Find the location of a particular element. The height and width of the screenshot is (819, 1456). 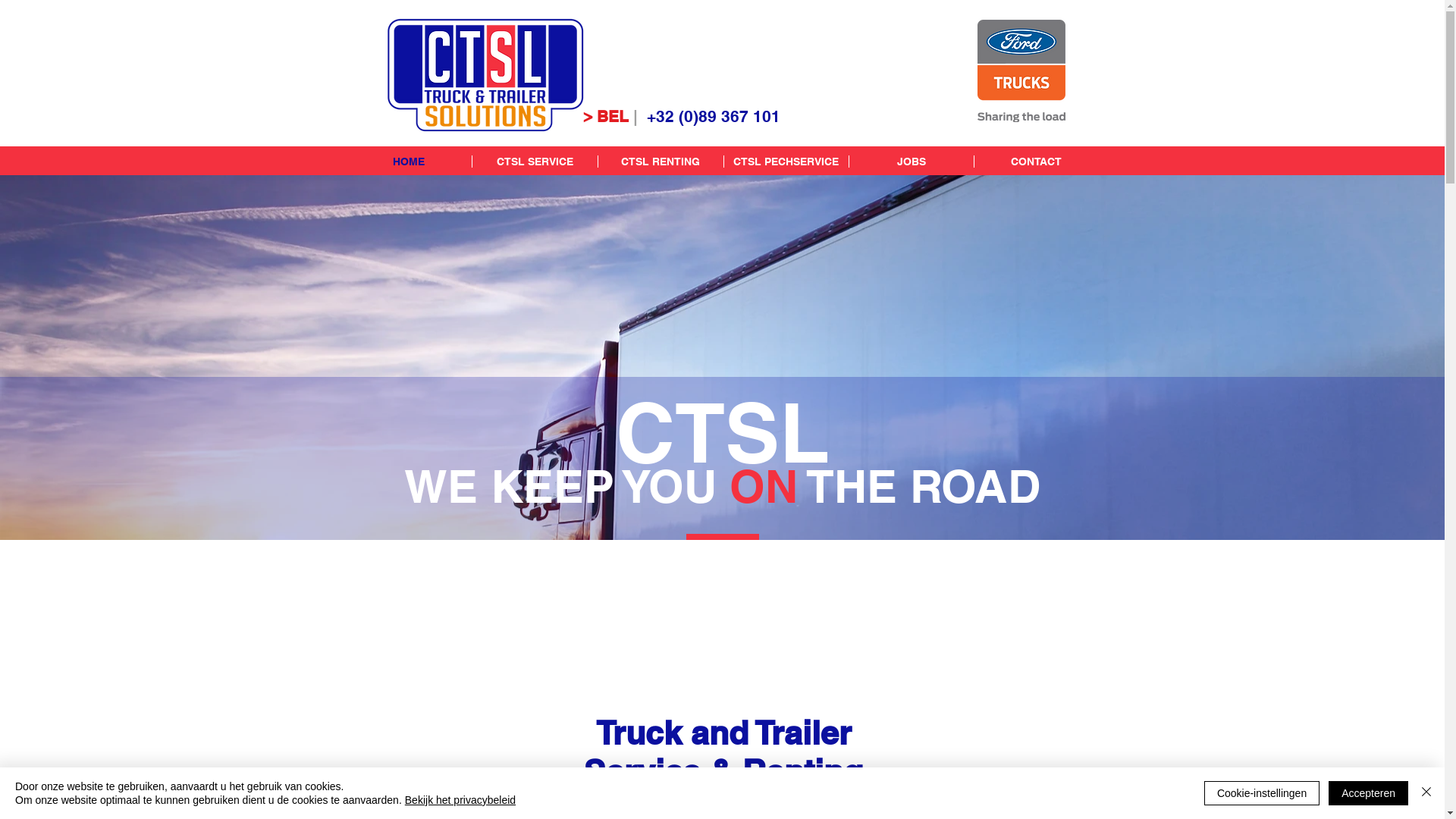

'Bekijk het privacybeleid' is located at coordinates (459, 799).